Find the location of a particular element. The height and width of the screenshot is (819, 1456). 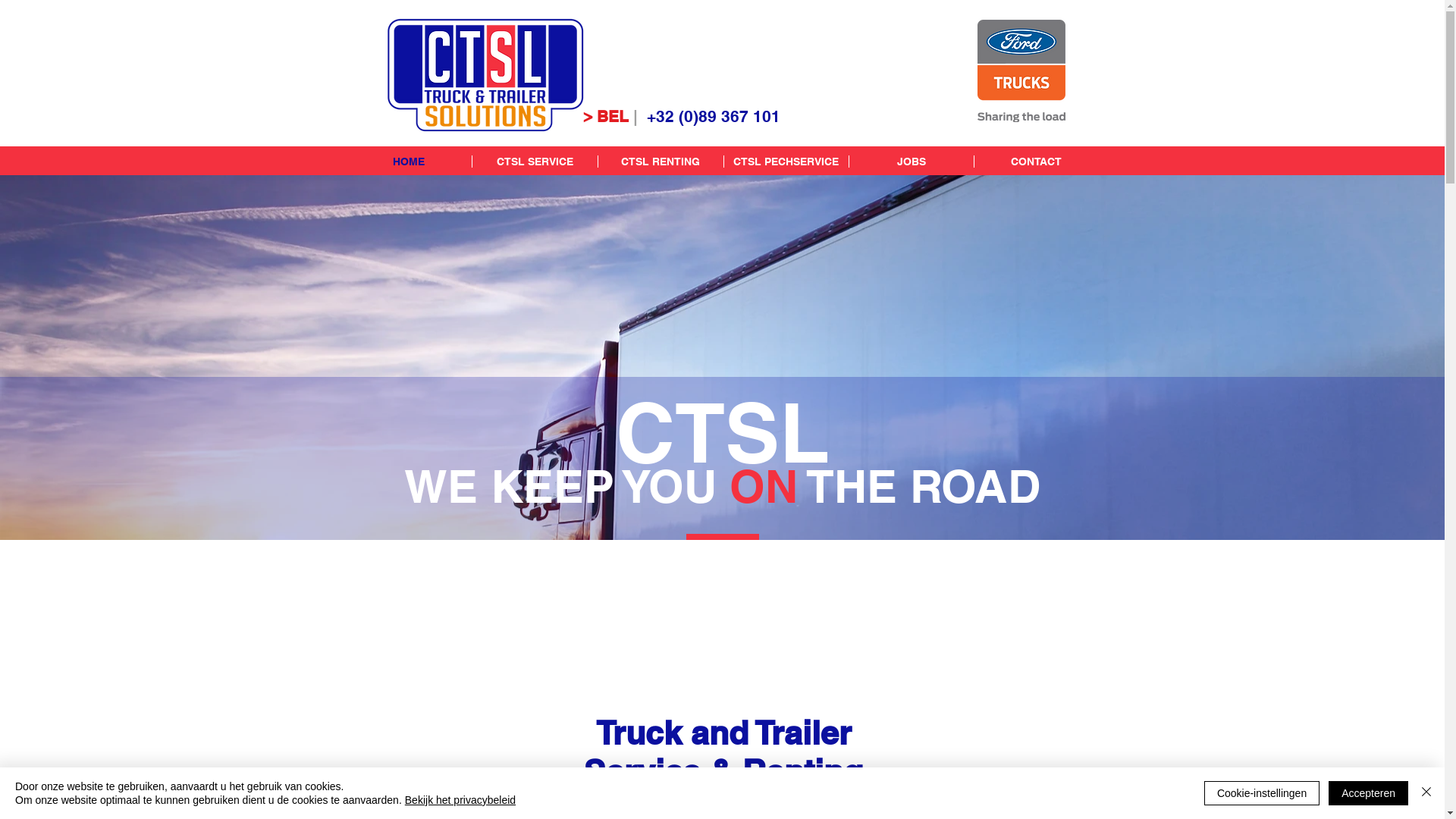

'Bekijk het privacybeleid' is located at coordinates (459, 799).